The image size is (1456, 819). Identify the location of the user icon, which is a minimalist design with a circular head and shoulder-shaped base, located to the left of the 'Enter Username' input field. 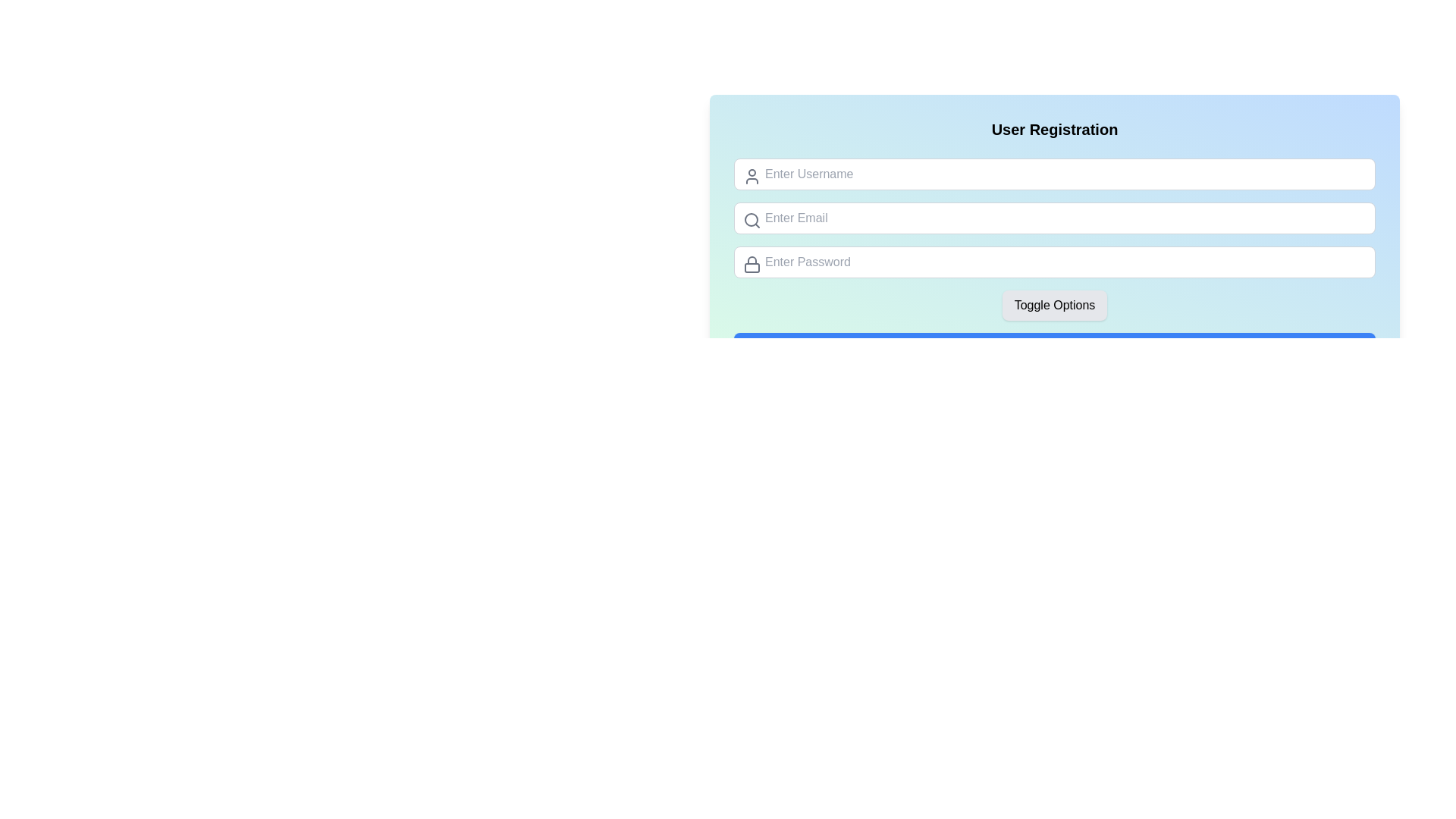
(752, 175).